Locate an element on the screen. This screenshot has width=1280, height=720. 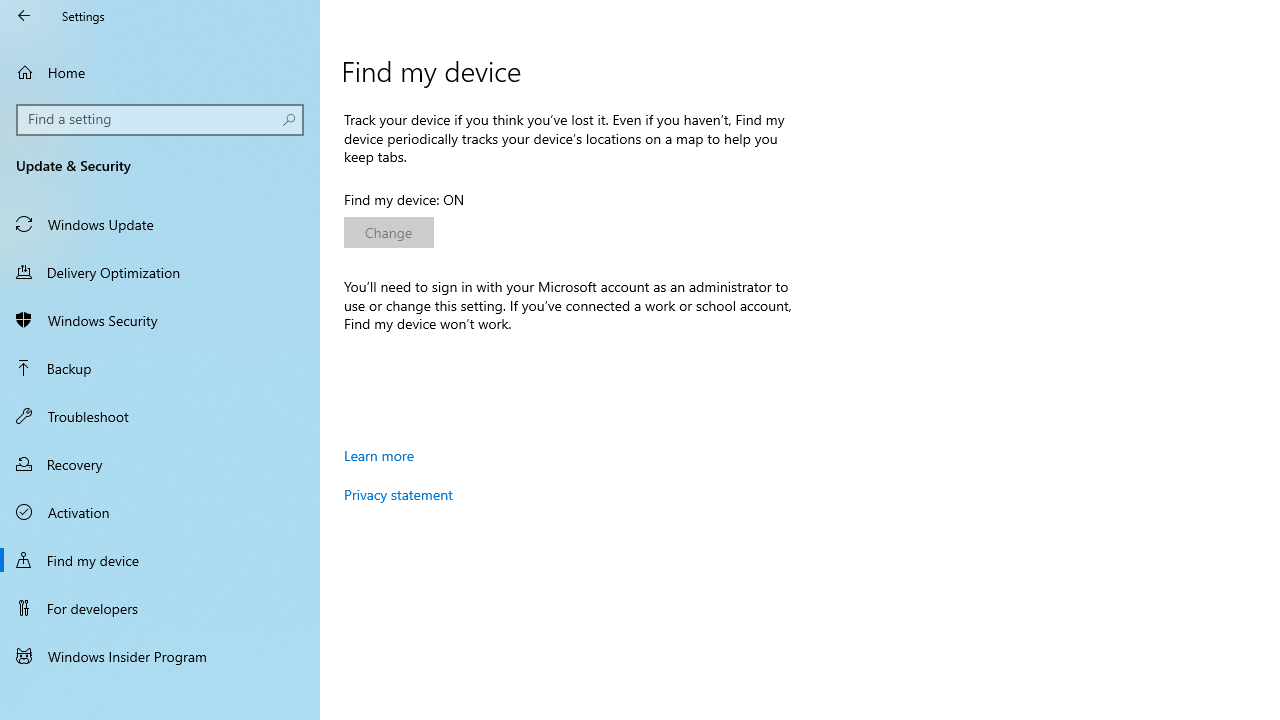
'Activation' is located at coordinates (160, 510).